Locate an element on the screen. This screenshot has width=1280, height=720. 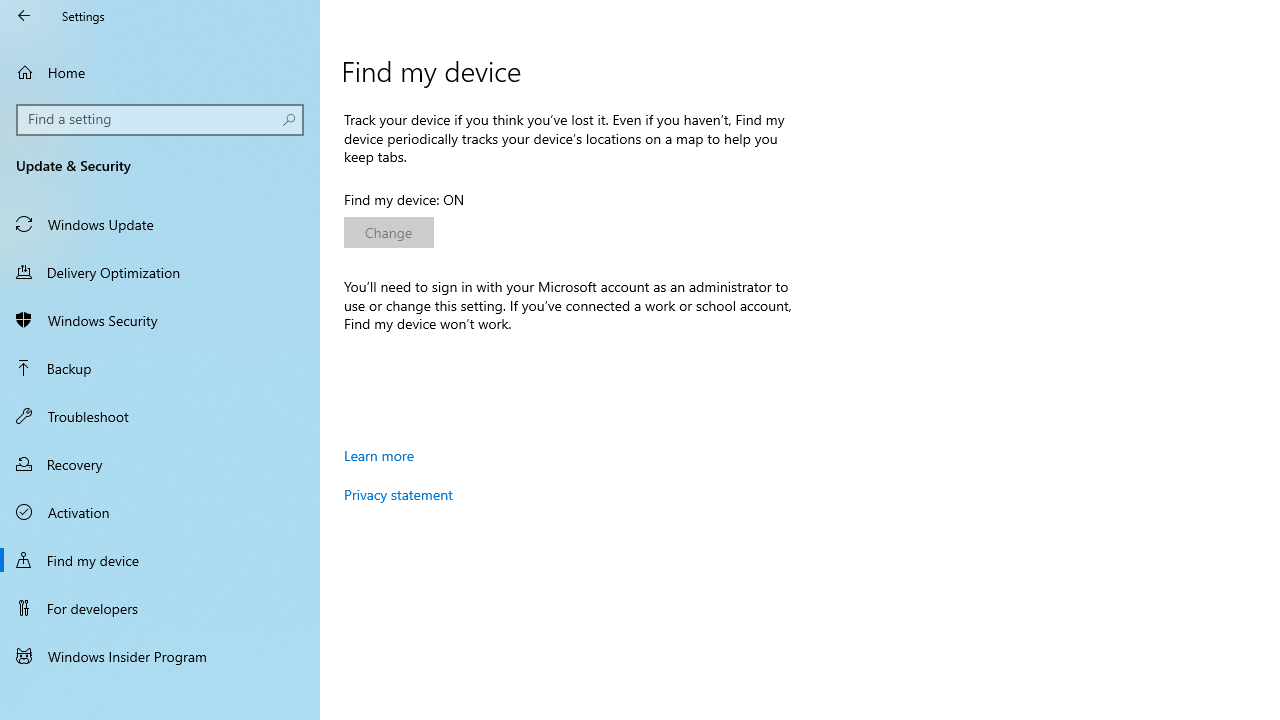
'Activation' is located at coordinates (160, 510).